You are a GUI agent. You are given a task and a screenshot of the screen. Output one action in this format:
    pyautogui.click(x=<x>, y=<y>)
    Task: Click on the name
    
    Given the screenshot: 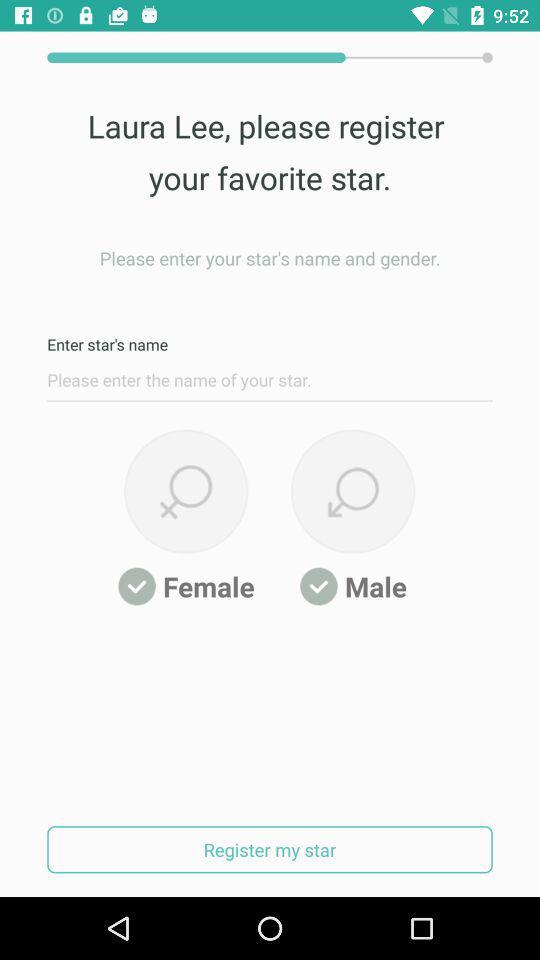 What is the action you would take?
    pyautogui.click(x=270, y=384)
    